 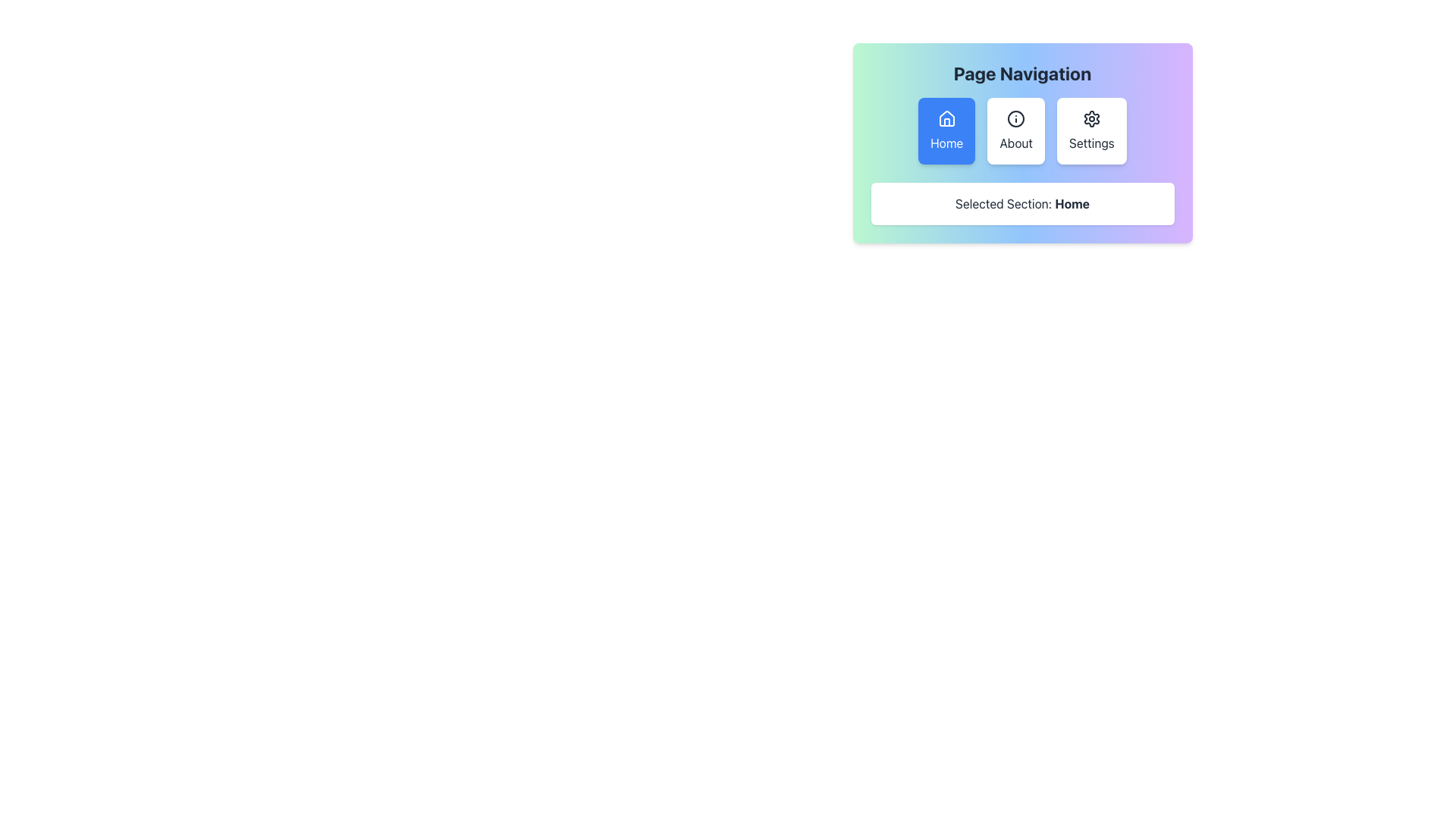 I want to click on 'Home' label located at the bottom center of the 'Home' navigation button in the 'Page Navigation' panel, so click(x=946, y=143).